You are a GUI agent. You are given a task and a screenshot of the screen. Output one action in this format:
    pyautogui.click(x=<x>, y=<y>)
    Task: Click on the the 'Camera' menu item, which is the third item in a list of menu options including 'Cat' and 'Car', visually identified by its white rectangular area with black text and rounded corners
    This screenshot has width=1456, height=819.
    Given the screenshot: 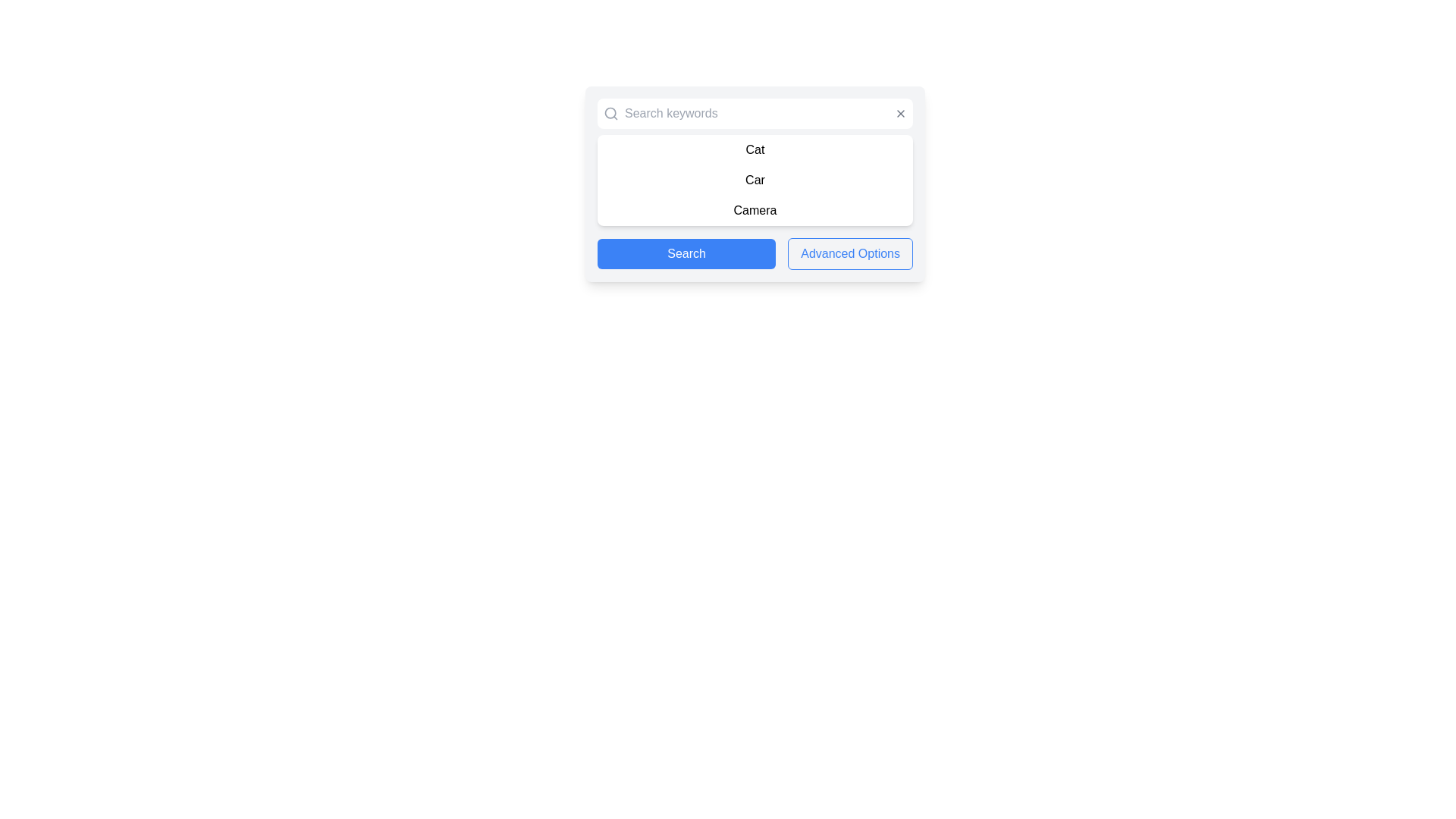 What is the action you would take?
    pyautogui.click(x=755, y=210)
    